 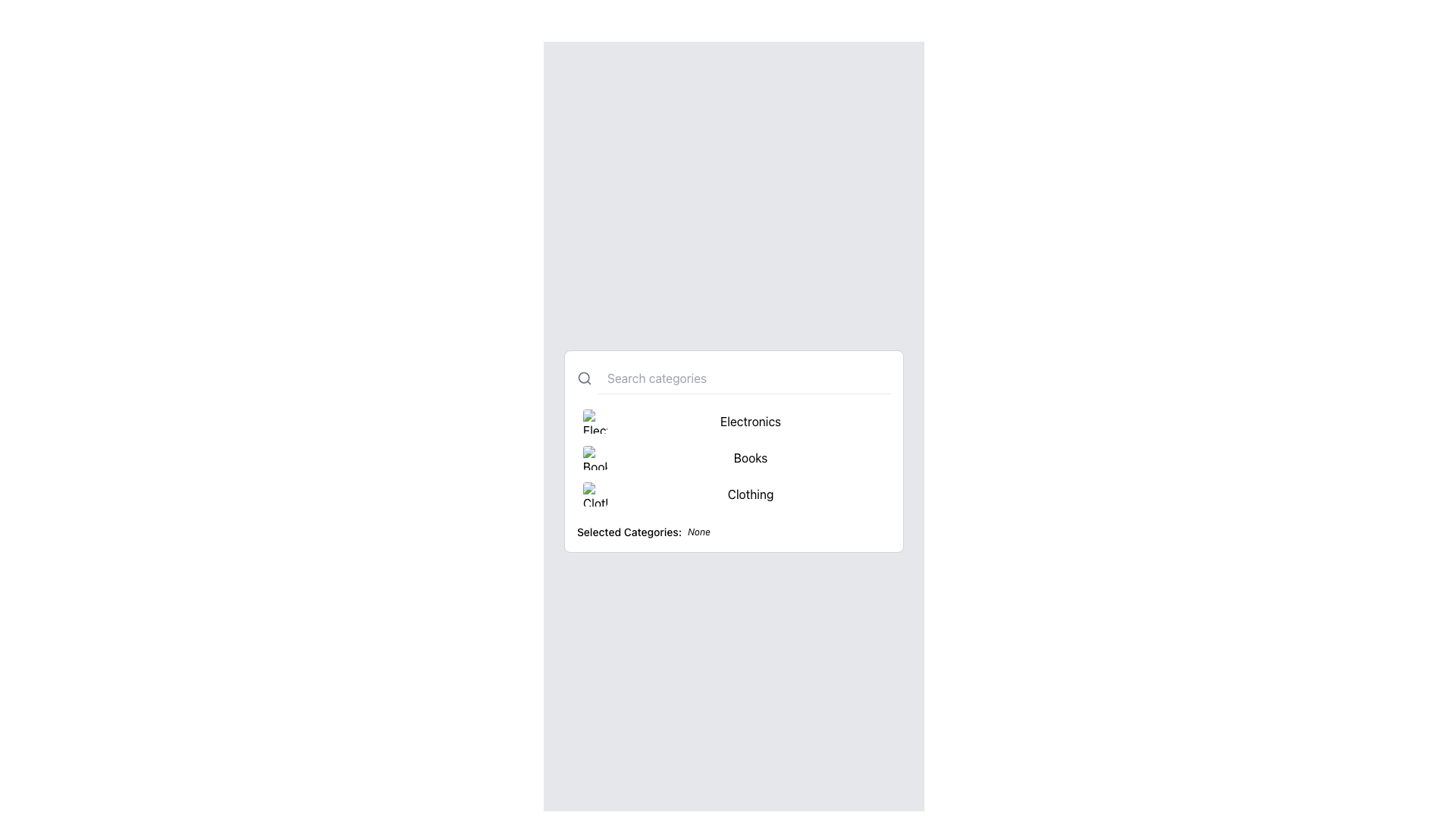 What do you see at coordinates (734, 450) in the screenshot?
I see `the selectable category label for 'Books', which is the second row in the category list located under the search bar` at bounding box center [734, 450].